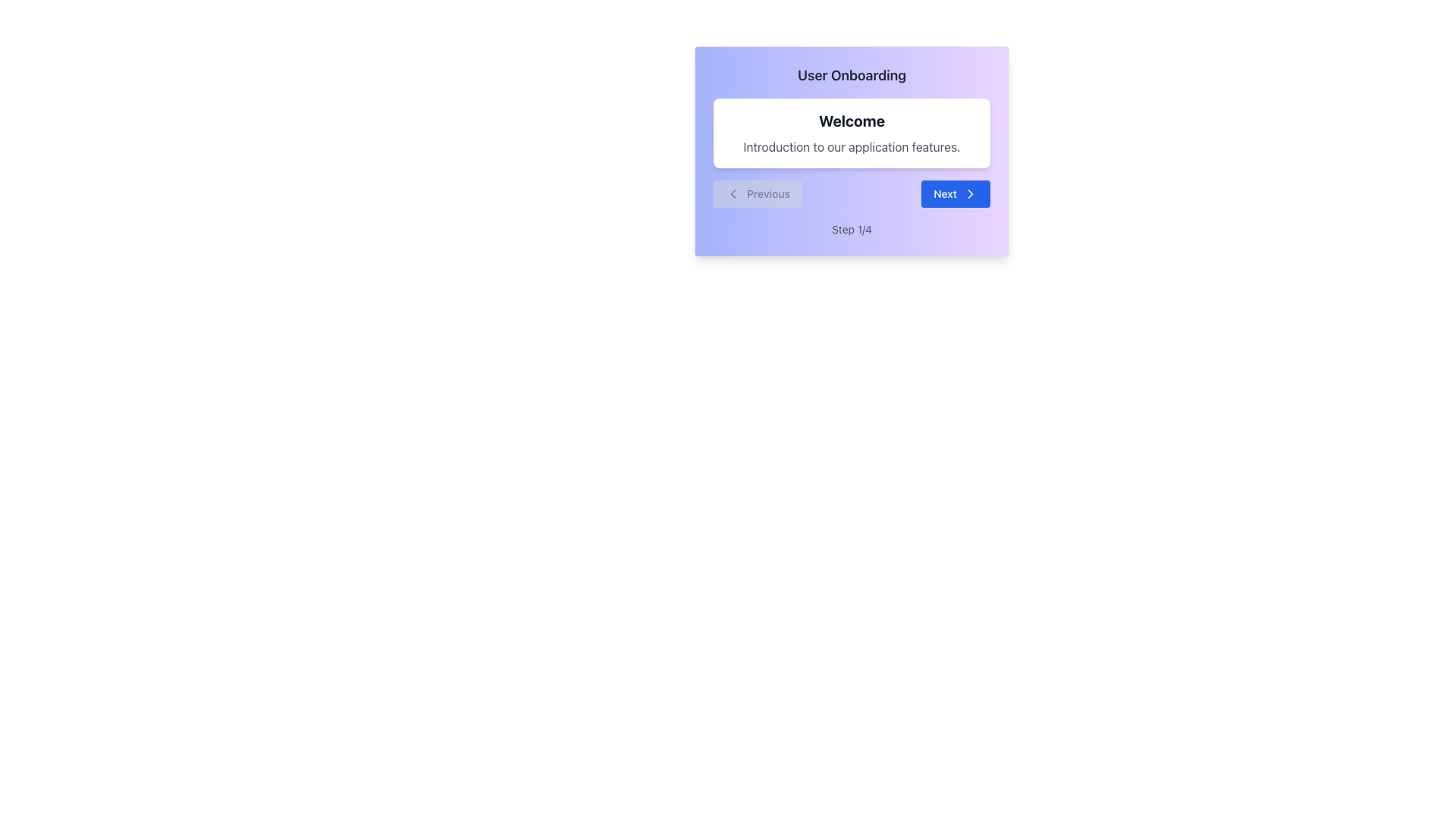 Image resolution: width=1456 pixels, height=819 pixels. What do you see at coordinates (733, 193) in the screenshot?
I see `the leftward navigation icon within the 'Previous' button, indicating backward navigation functionality` at bounding box center [733, 193].